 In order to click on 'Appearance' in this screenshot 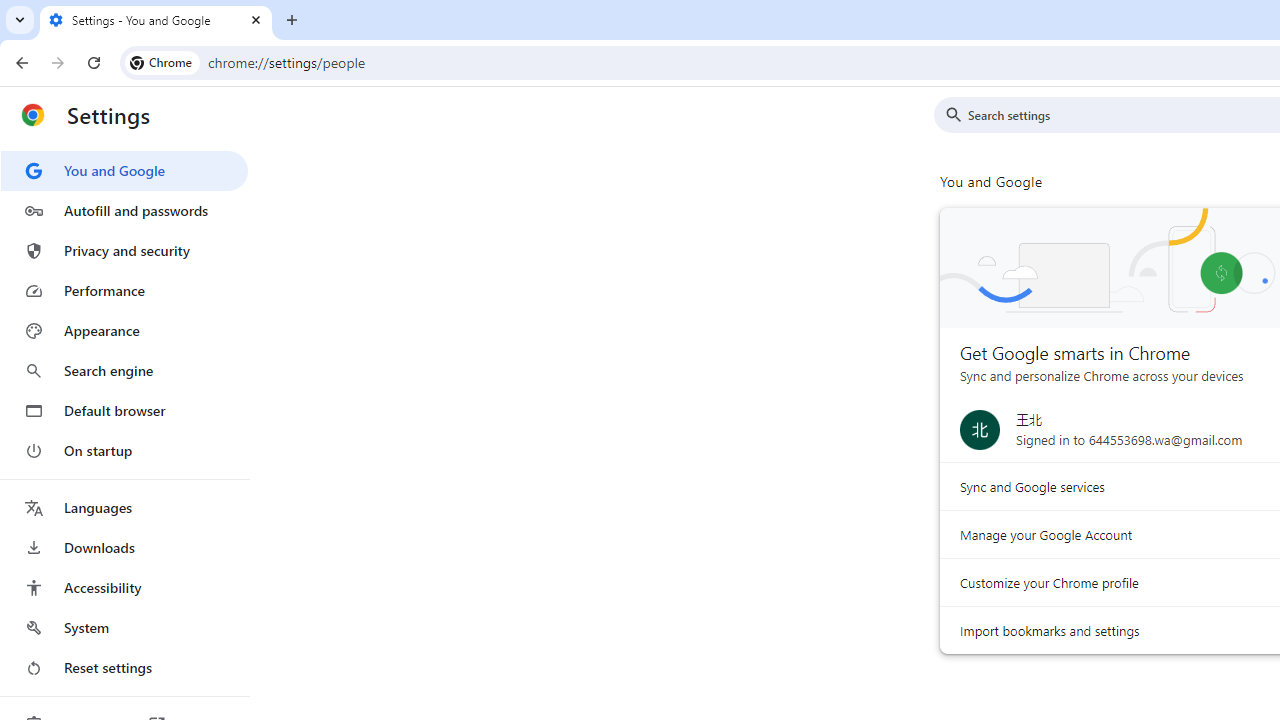, I will do `click(123, 330)`.